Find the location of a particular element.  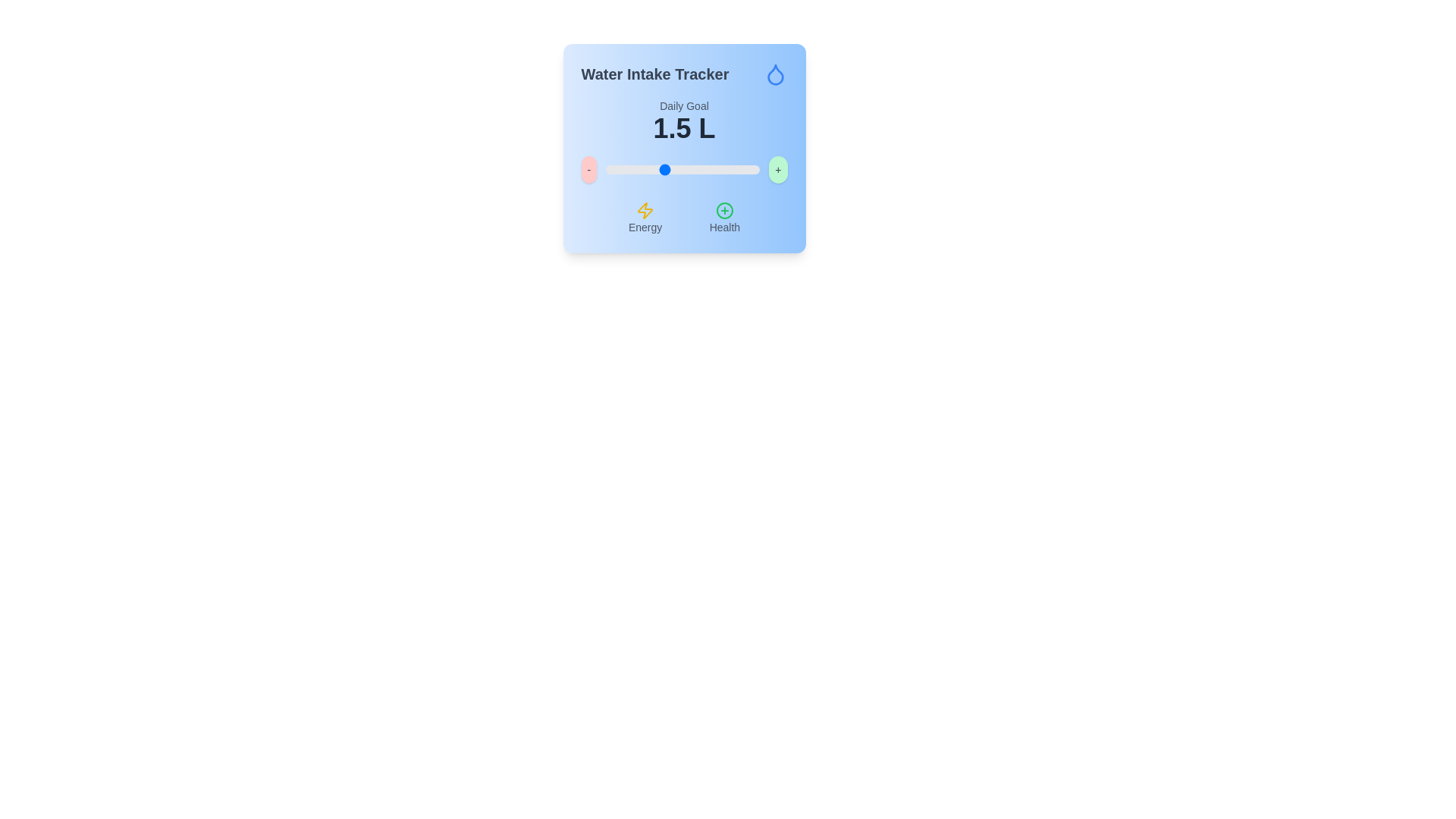

the 'Energy' text label, which is a small gray text positioned below a yellow lightning bolt icon and to the left of a 'Health' label is located at coordinates (645, 227).